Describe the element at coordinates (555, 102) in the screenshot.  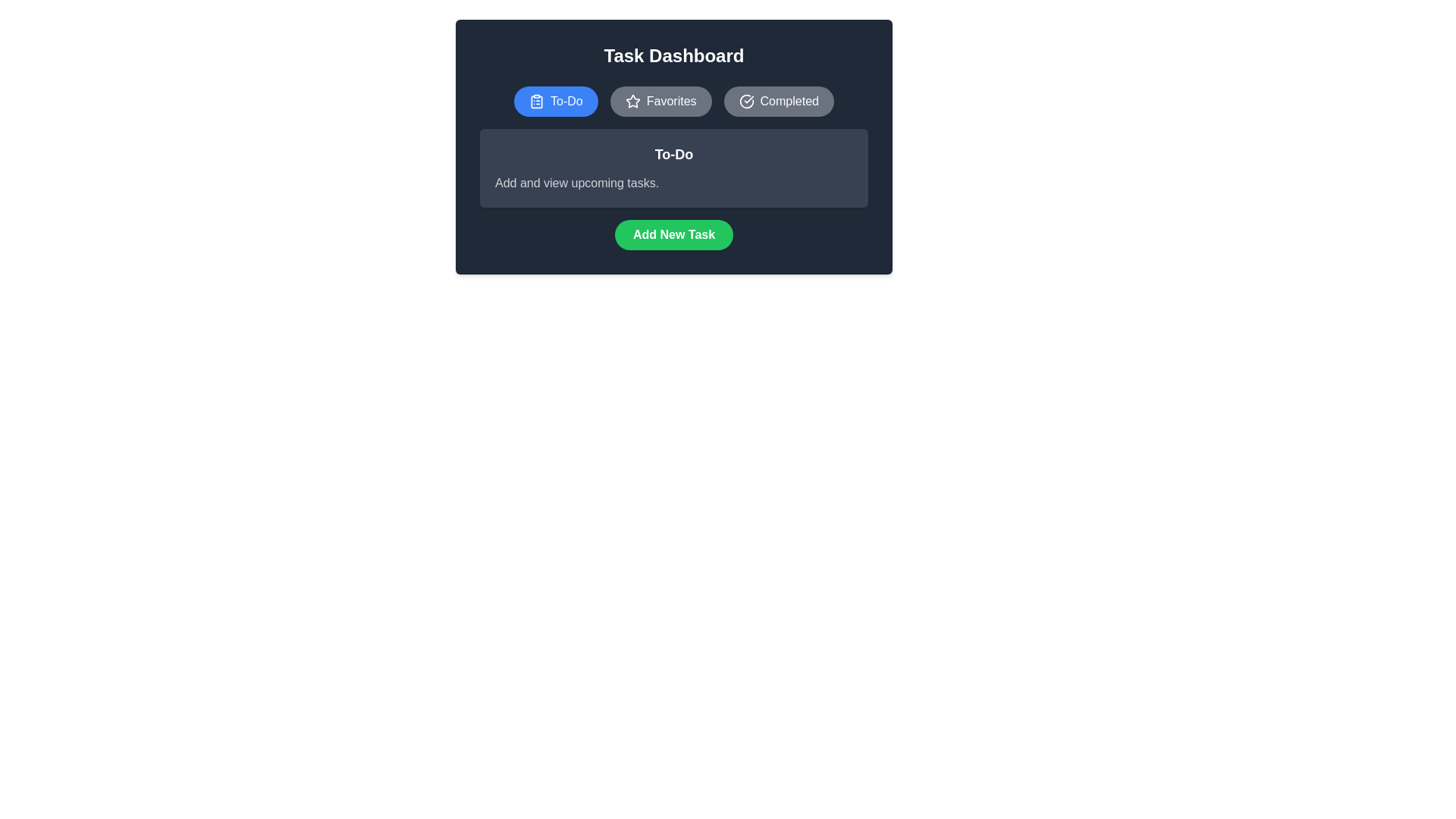
I see `the To-Do tab by clicking on the corresponding button` at that location.